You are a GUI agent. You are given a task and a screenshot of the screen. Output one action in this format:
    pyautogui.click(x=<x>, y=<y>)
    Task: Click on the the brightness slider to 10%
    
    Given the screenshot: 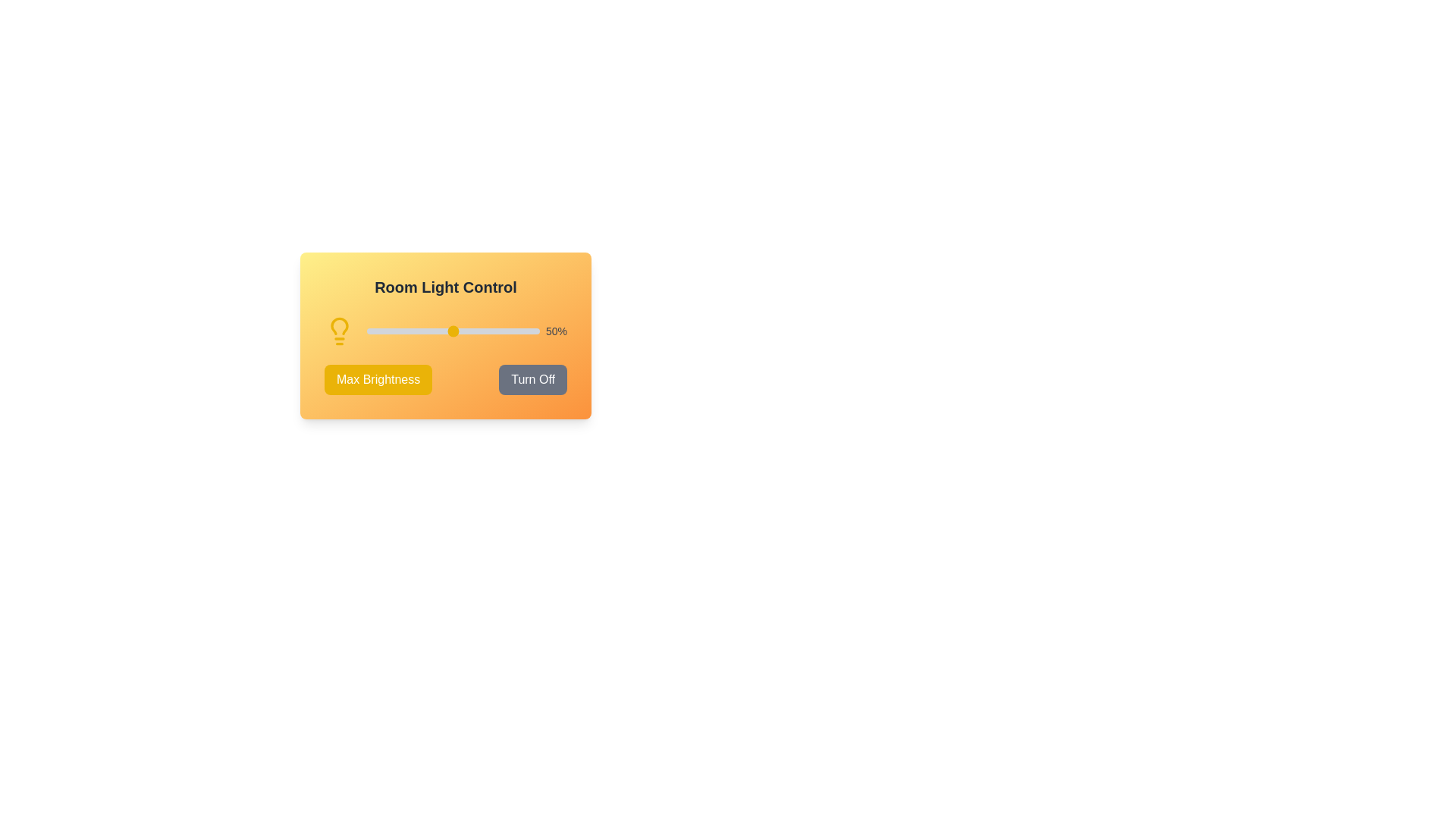 What is the action you would take?
    pyautogui.click(x=384, y=330)
    